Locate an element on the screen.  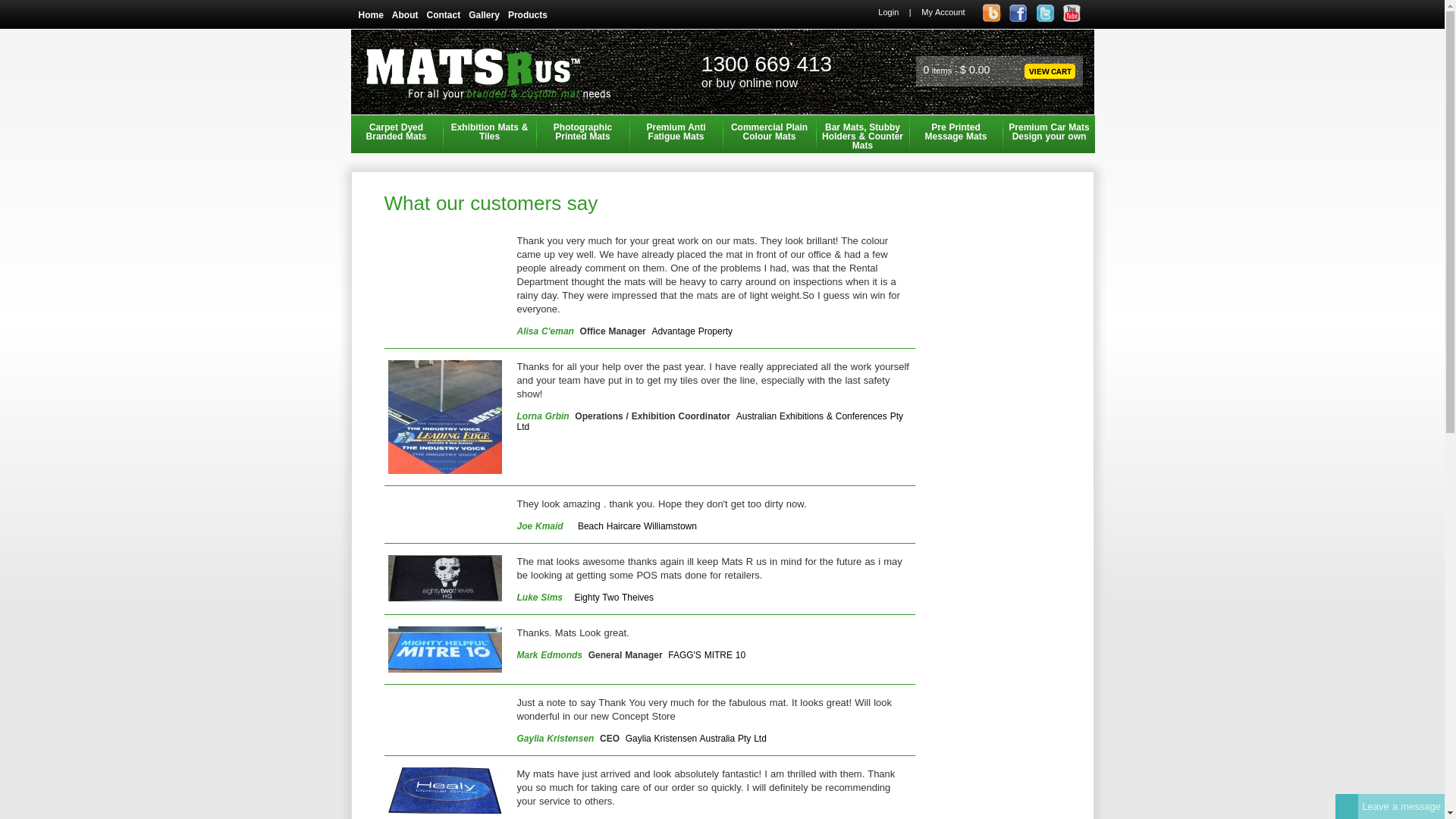
'Mitre 10 - Logo dyed entrance mat' is located at coordinates (444, 648).